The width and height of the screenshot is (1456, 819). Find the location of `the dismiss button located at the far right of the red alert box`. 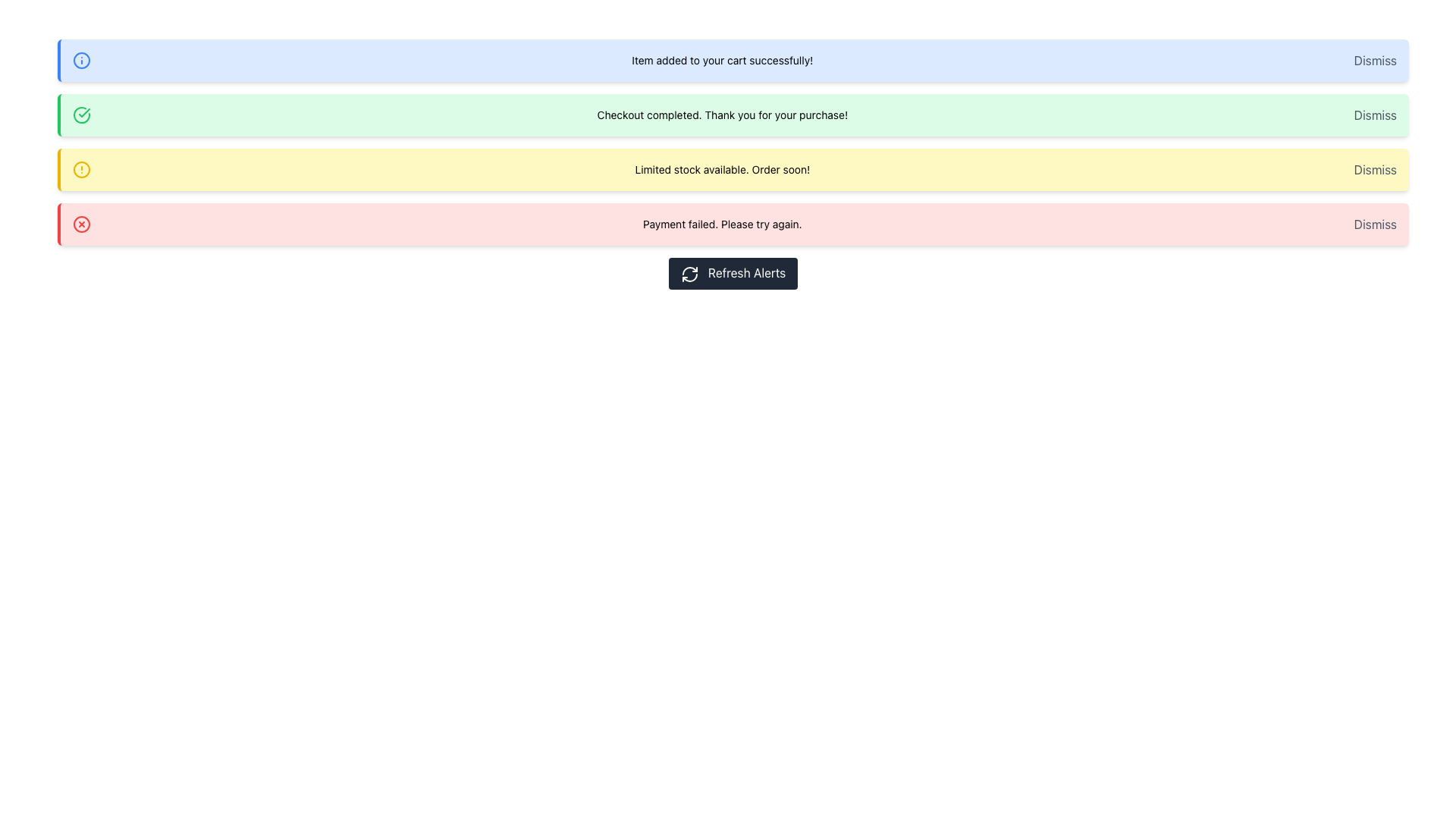

the dismiss button located at the far right of the red alert box is located at coordinates (1375, 224).